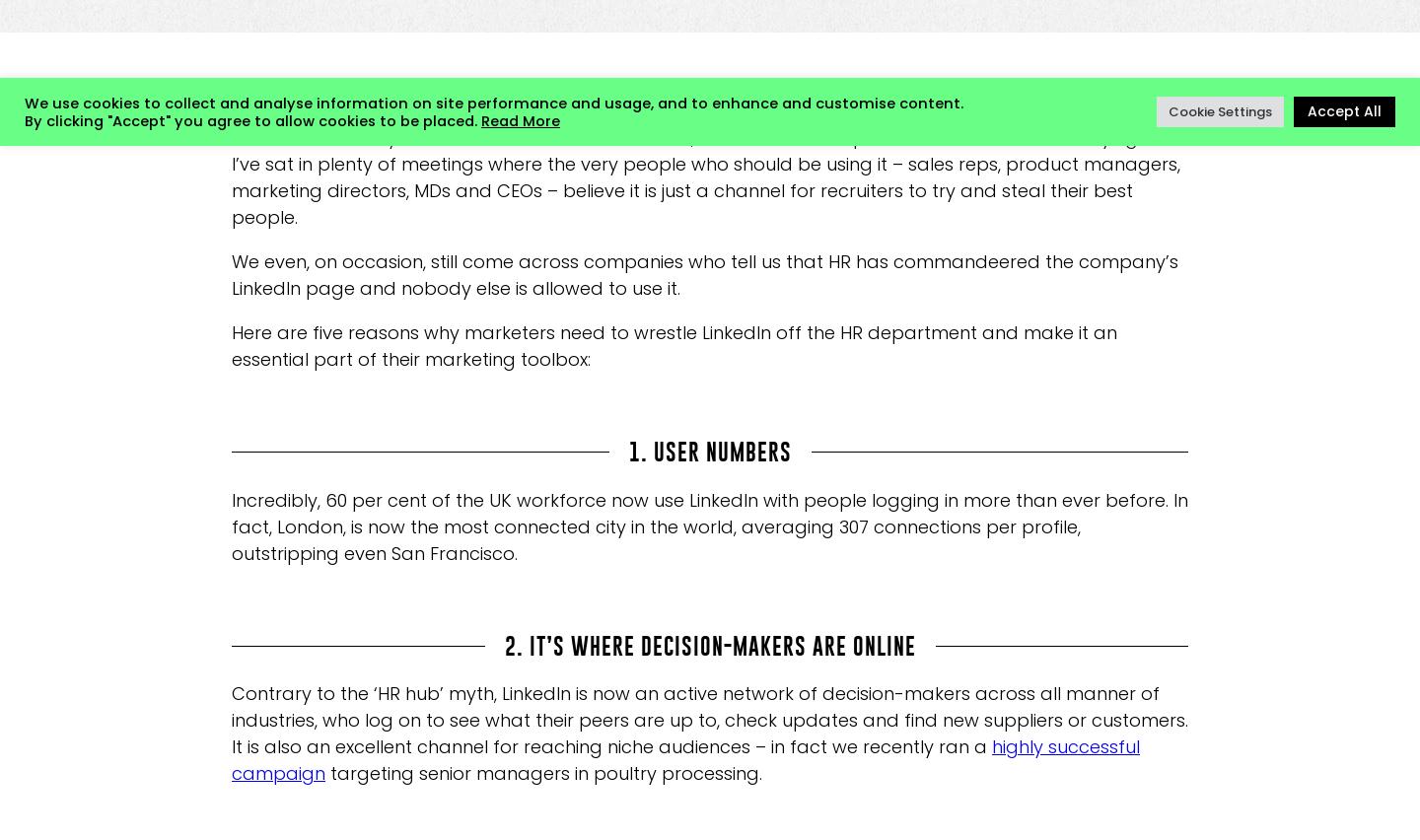 The width and height of the screenshot is (1420, 840). Describe the element at coordinates (492, 110) in the screenshot. I see `'We use cookies to collect and analyse information on site performance and usage, and to enhance and customise content. By clicking "Accept" you agree to allow cookies to be placed.'` at that location.